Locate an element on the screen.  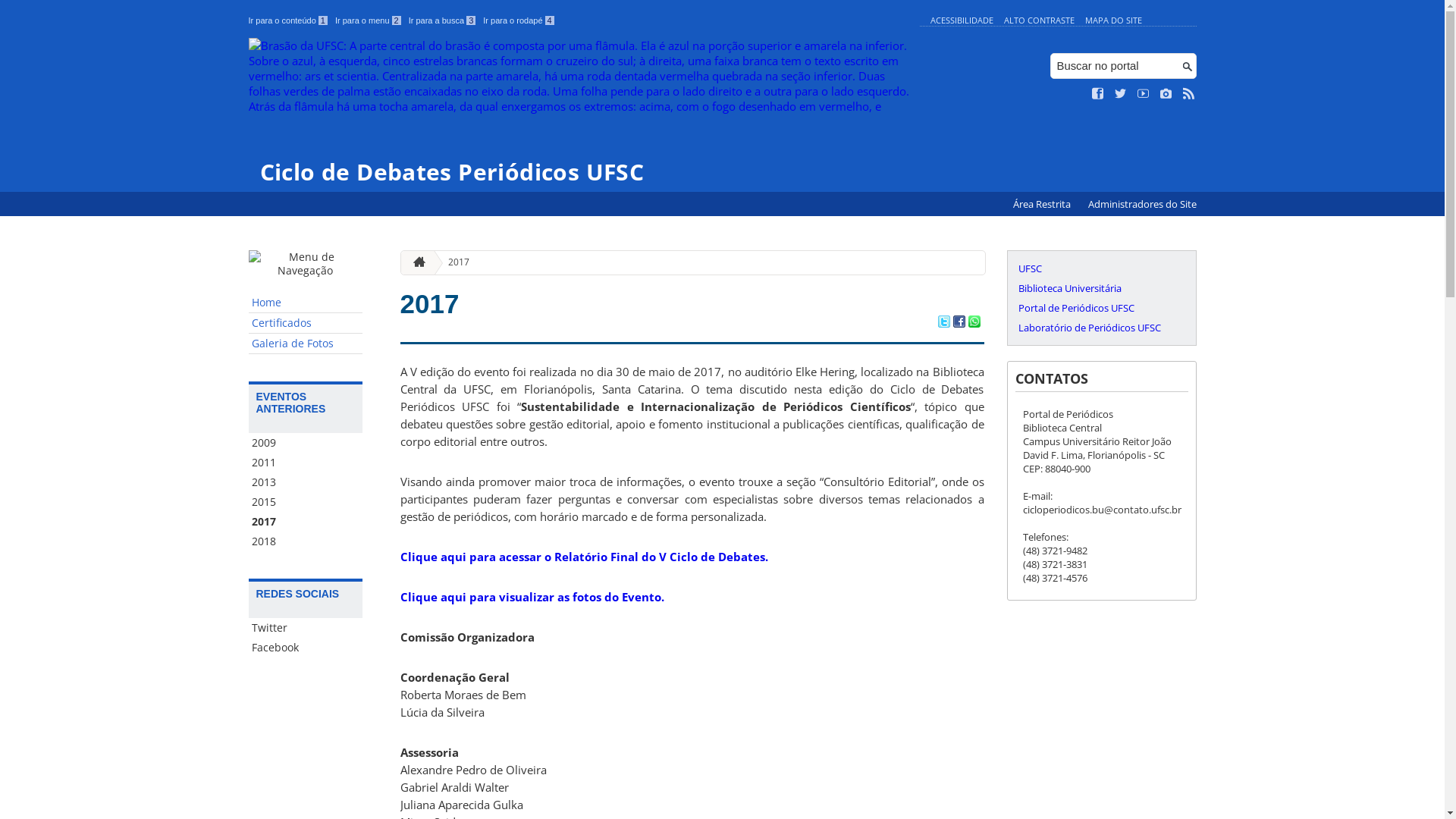
'Home' is located at coordinates (305, 303).